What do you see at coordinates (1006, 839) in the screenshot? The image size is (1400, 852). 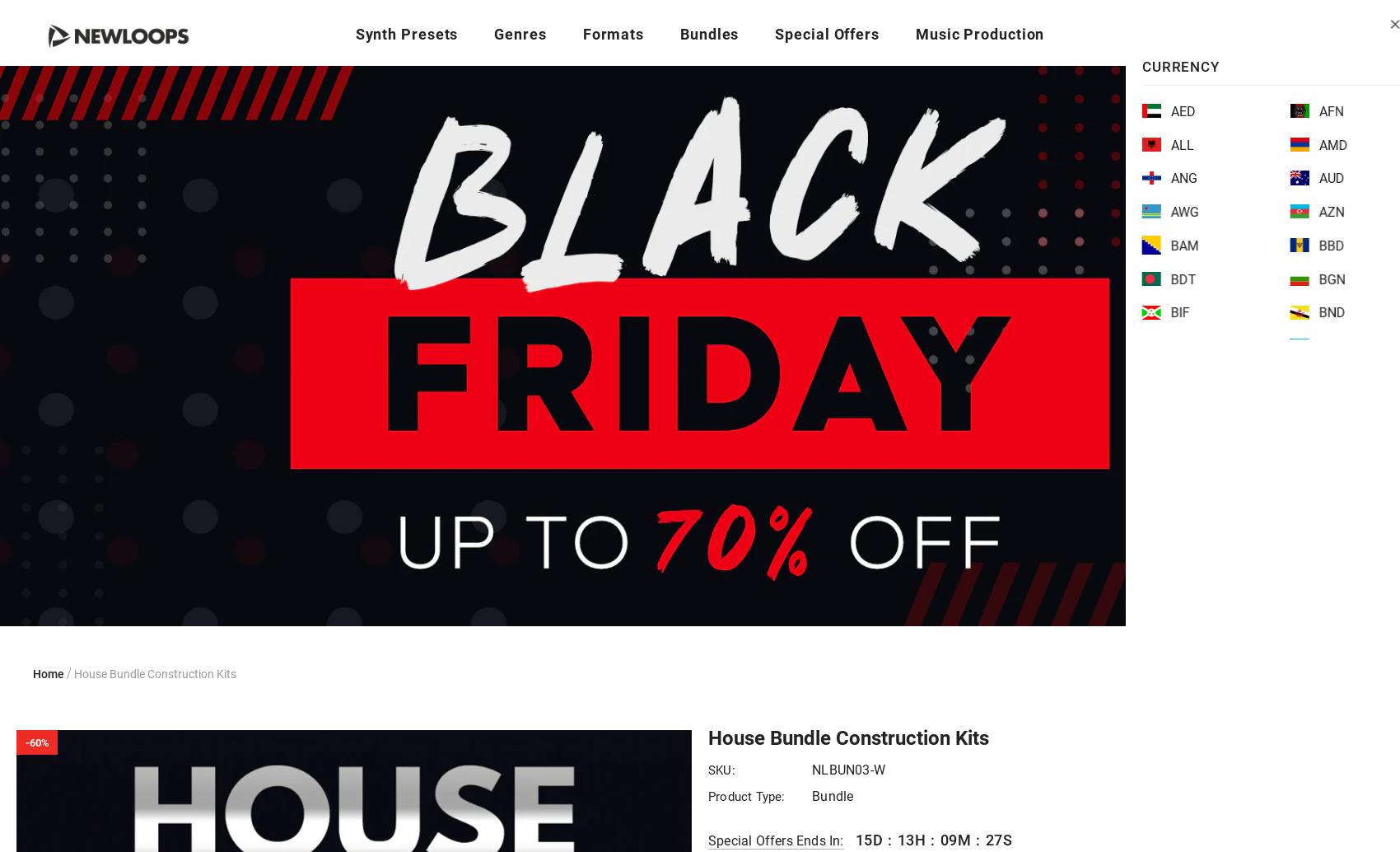 I see `'S'` at bounding box center [1006, 839].